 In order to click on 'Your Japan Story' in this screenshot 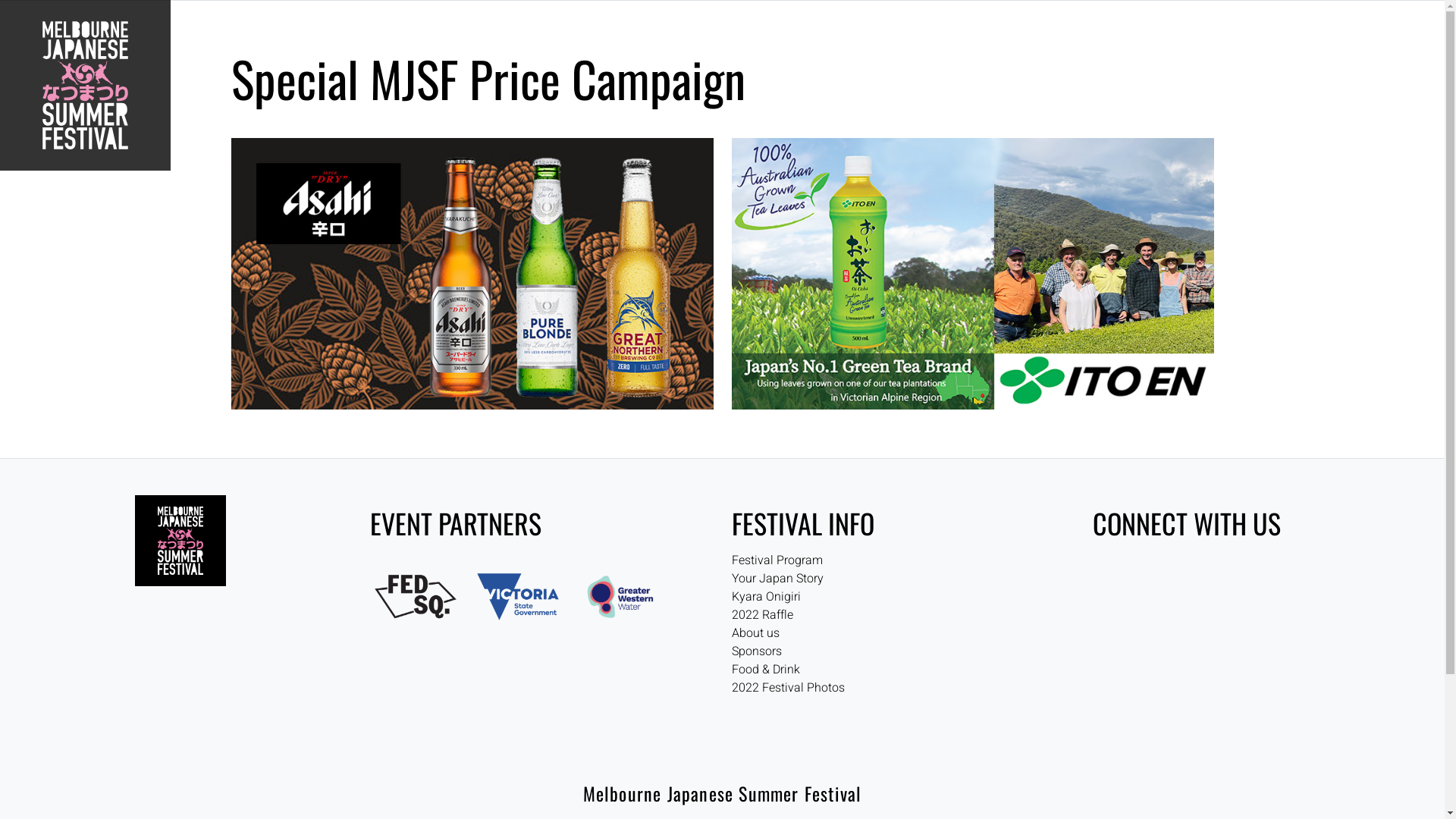, I will do `click(731, 579)`.